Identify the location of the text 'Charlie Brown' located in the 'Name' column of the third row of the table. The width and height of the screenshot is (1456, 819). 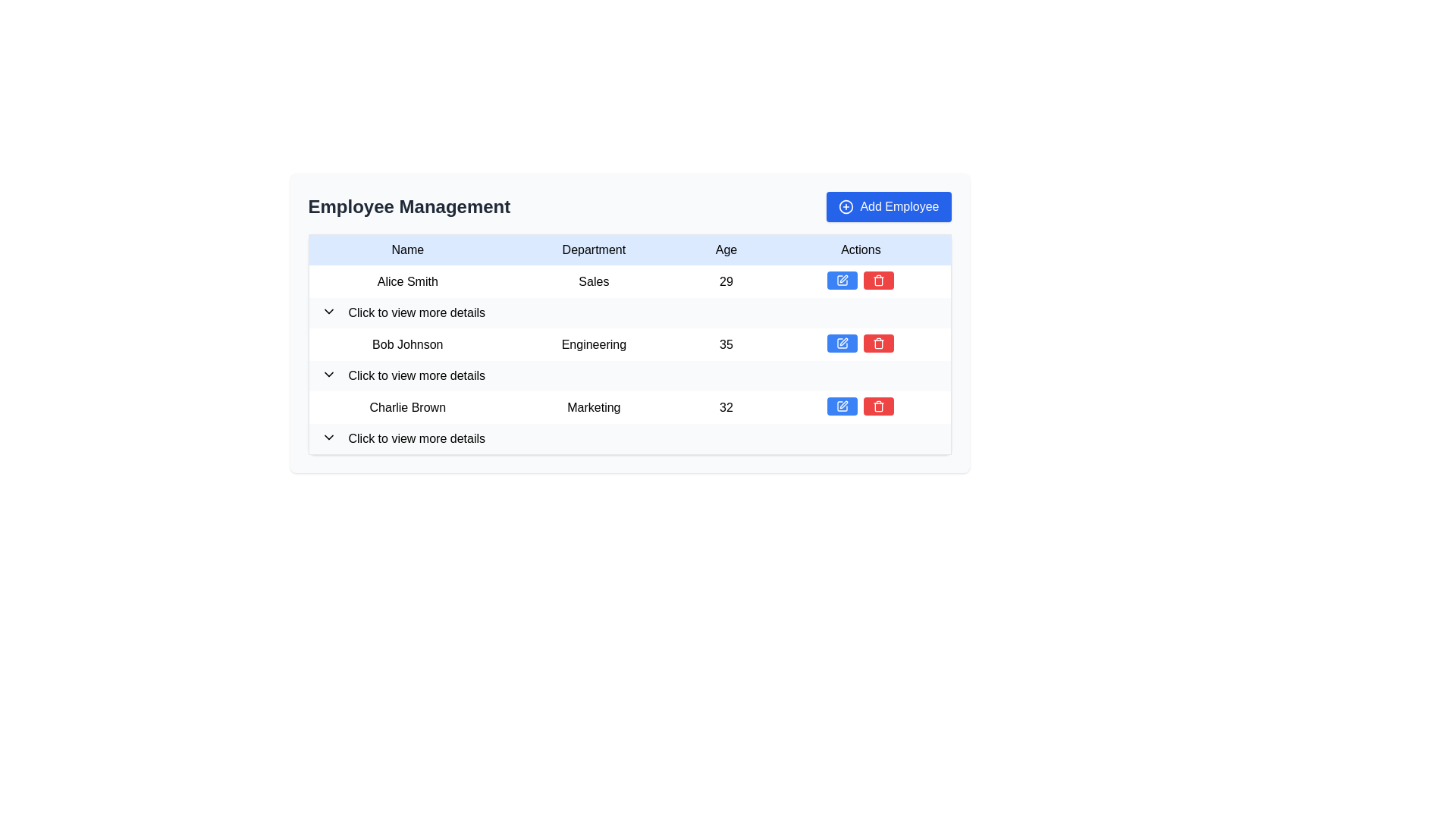
(407, 406).